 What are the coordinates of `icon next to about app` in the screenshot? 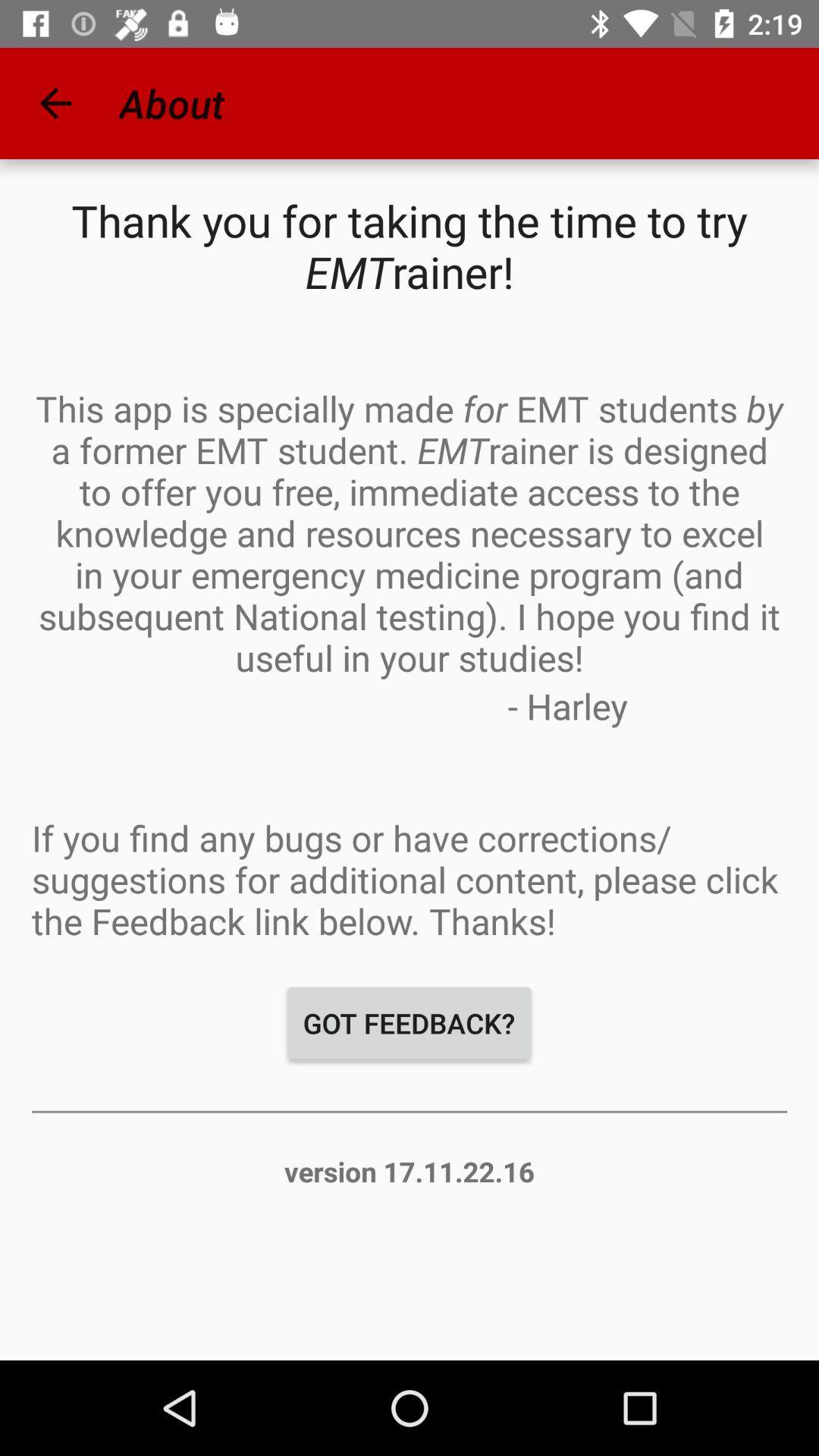 It's located at (55, 102).